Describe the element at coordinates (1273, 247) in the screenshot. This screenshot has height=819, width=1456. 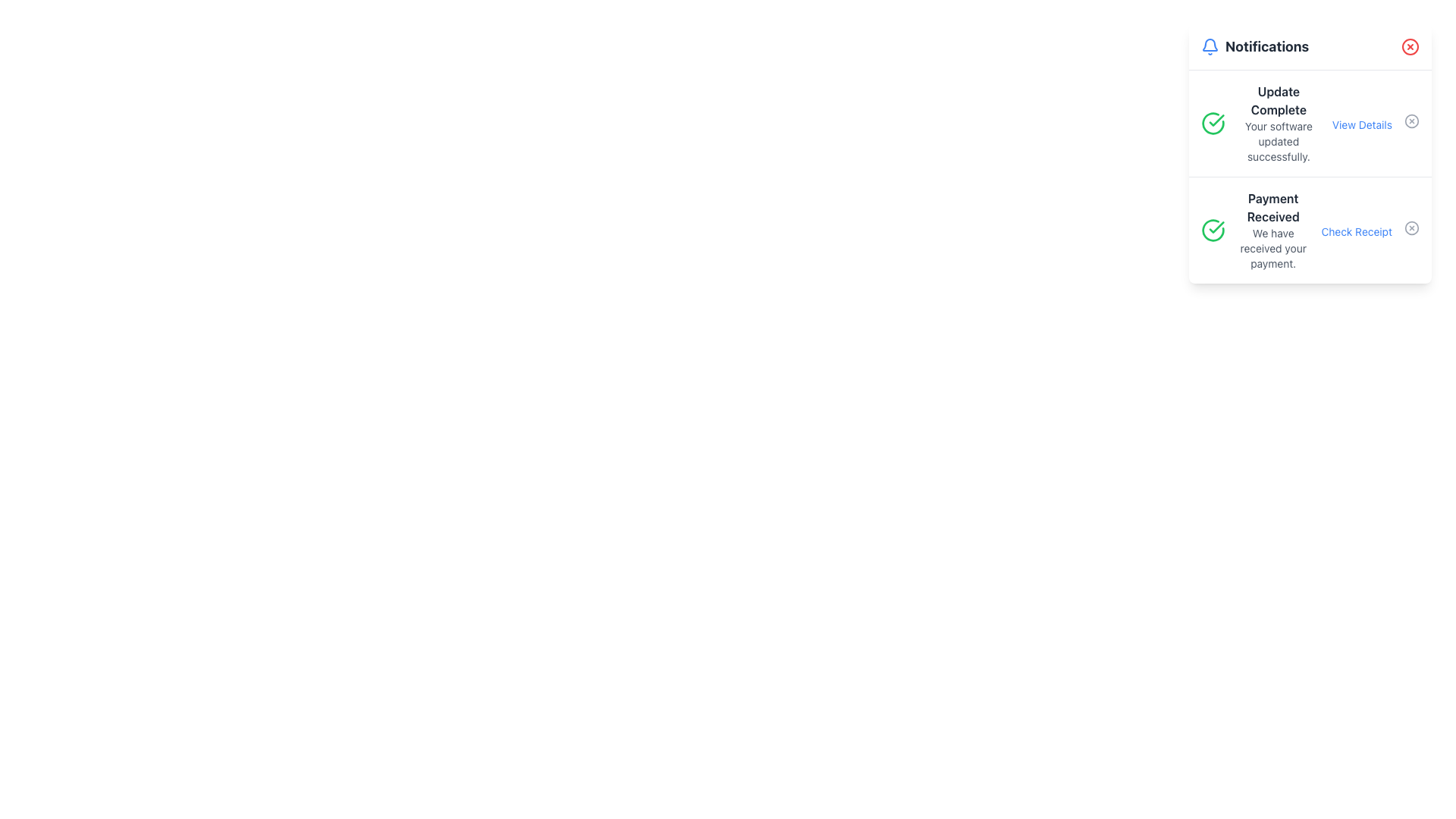
I see `the descriptive text related to the payment receipt notification located in the lower right of the page, positioned below 'Payment Received'` at that location.